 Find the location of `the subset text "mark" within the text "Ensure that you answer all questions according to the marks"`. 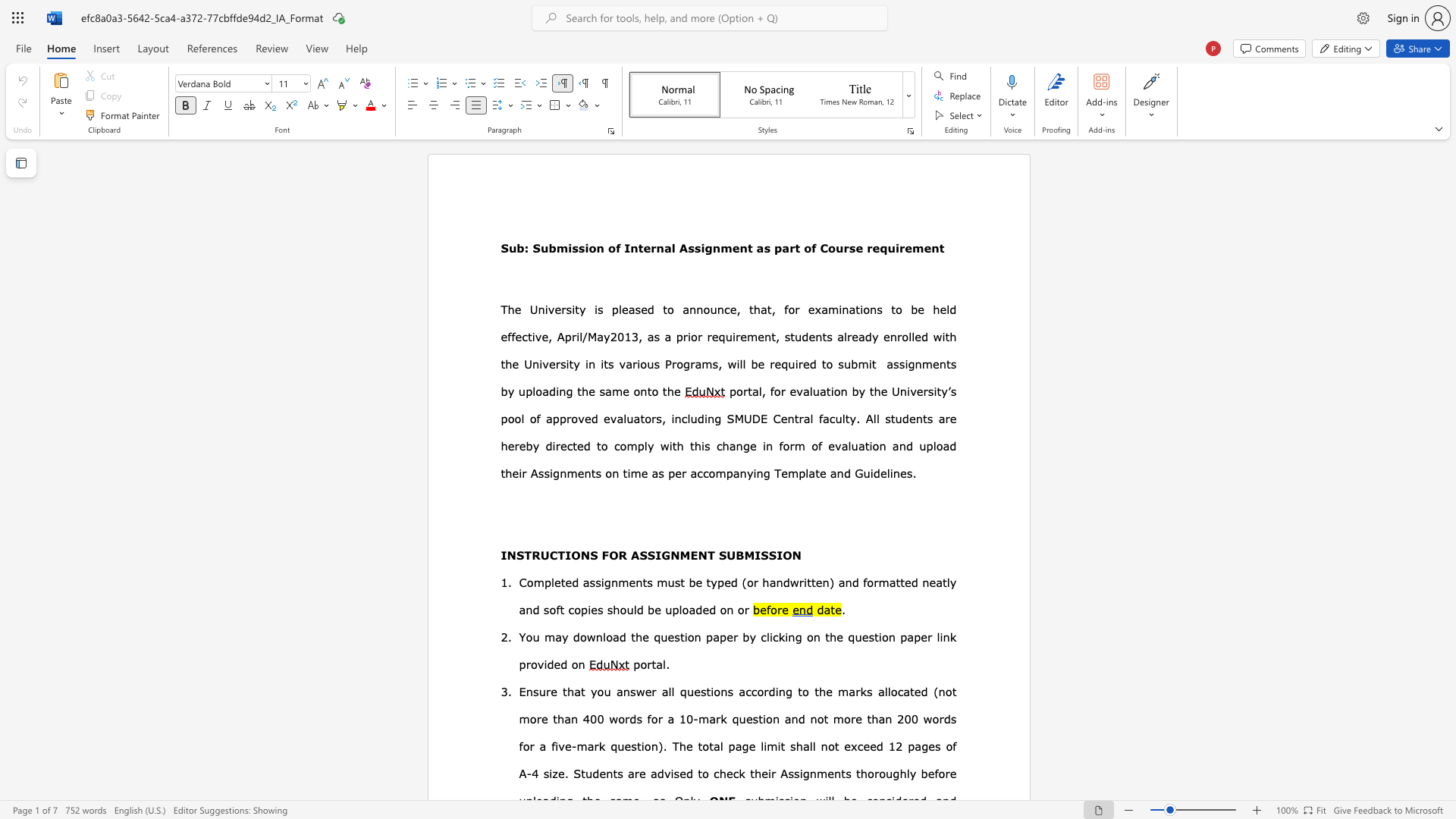

the subset text "mark" within the text "Ensure that you answer all questions according to the marks" is located at coordinates (837, 691).